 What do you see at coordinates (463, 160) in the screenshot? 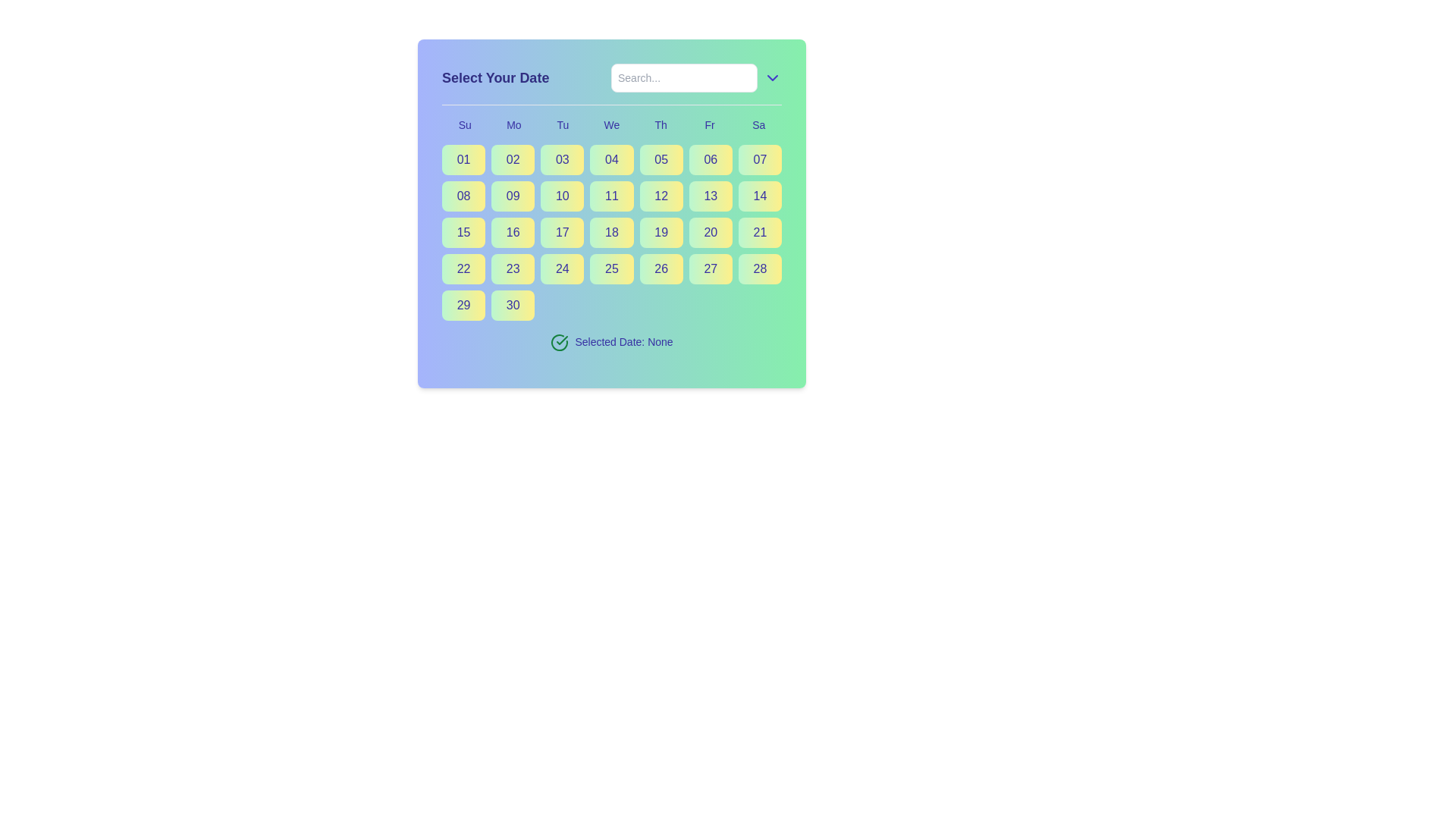
I see `the rounded rectangular button labeled '01' with a gradient background from greenish-yellow to yellow` at bounding box center [463, 160].